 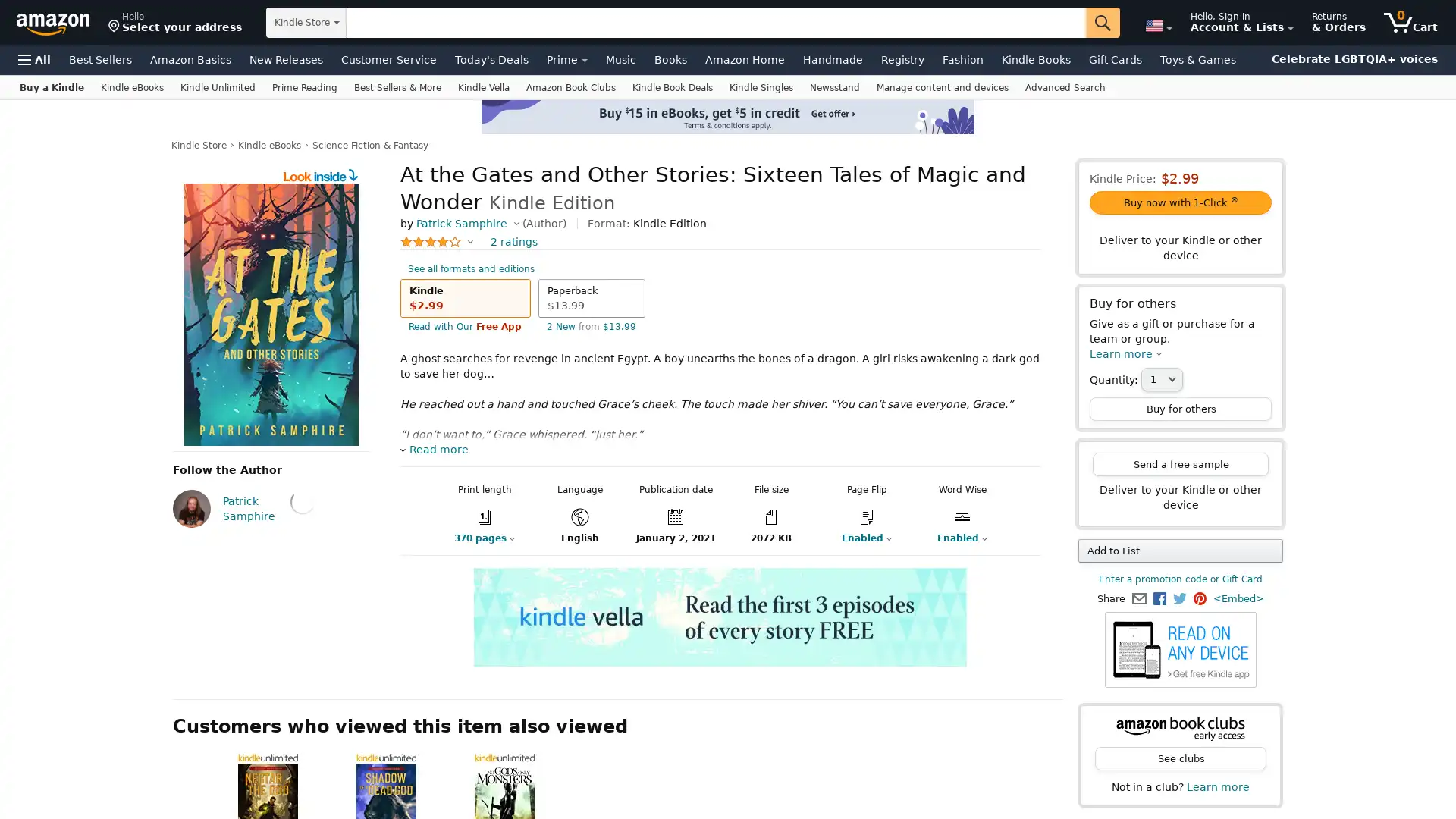 I want to click on Send a free sample, so click(x=1179, y=463).